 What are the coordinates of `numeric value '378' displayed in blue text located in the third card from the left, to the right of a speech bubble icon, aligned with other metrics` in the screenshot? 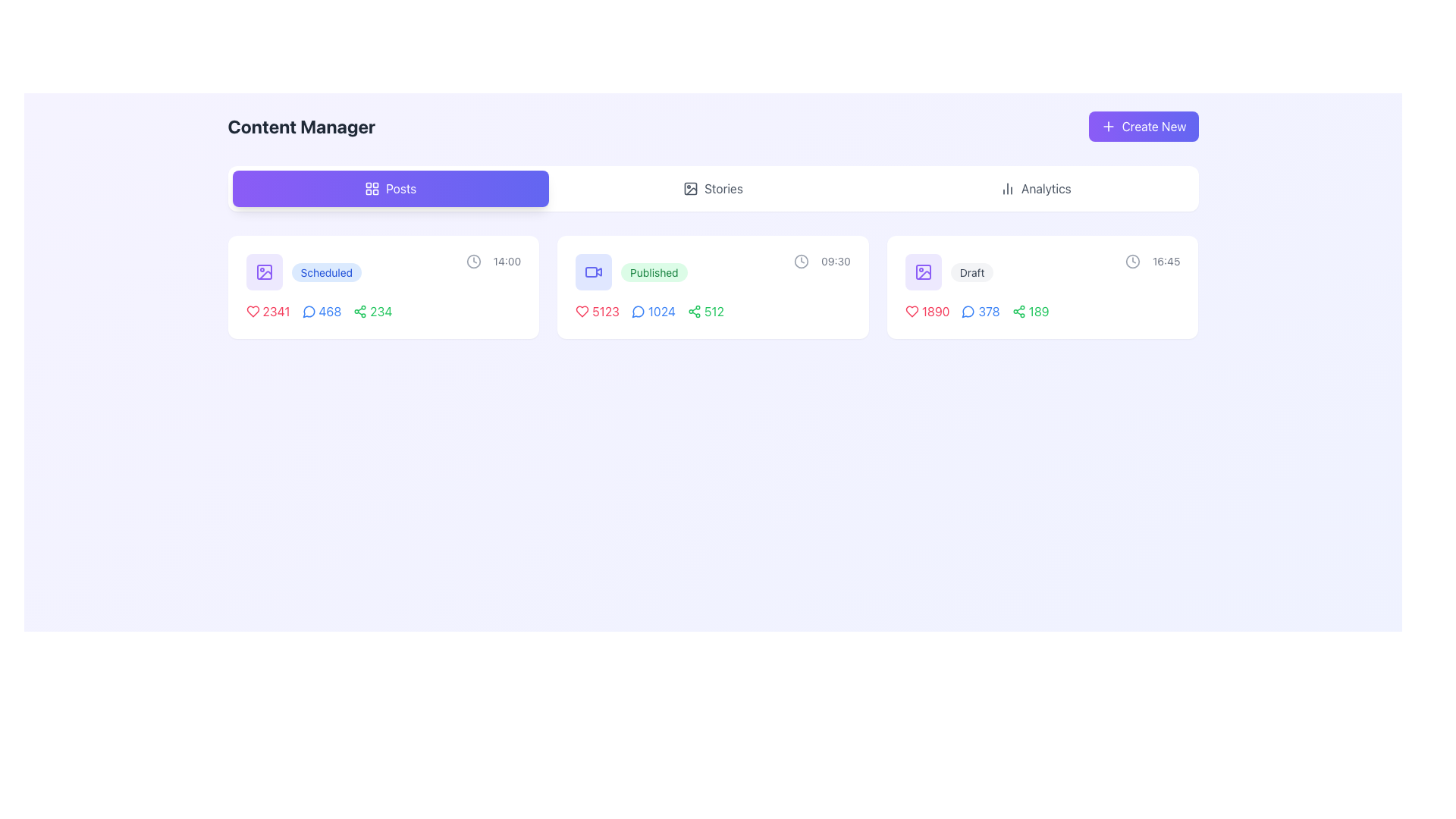 It's located at (989, 311).